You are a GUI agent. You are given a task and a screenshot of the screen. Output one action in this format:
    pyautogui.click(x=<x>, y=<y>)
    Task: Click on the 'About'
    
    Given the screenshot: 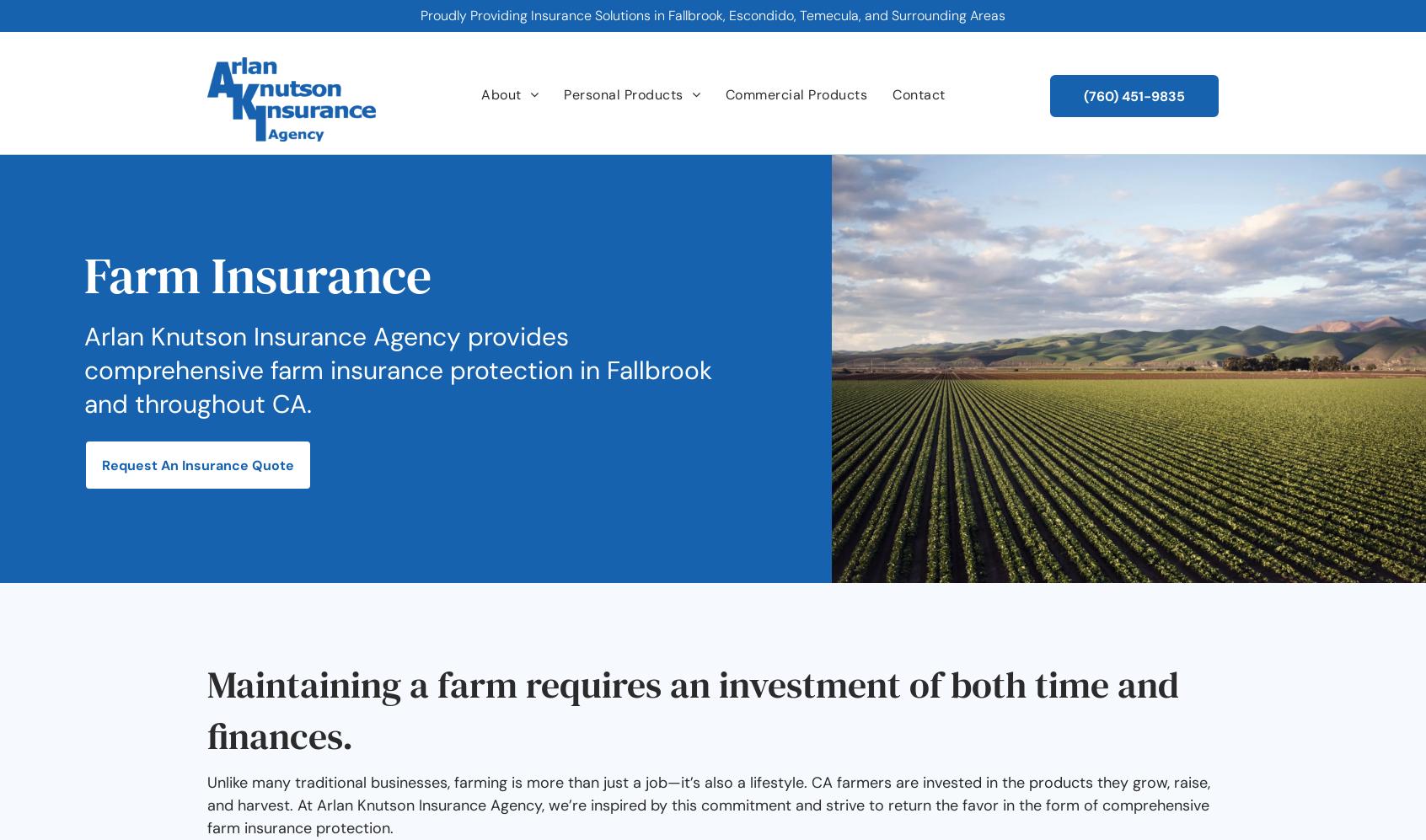 What is the action you would take?
    pyautogui.click(x=500, y=94)
    